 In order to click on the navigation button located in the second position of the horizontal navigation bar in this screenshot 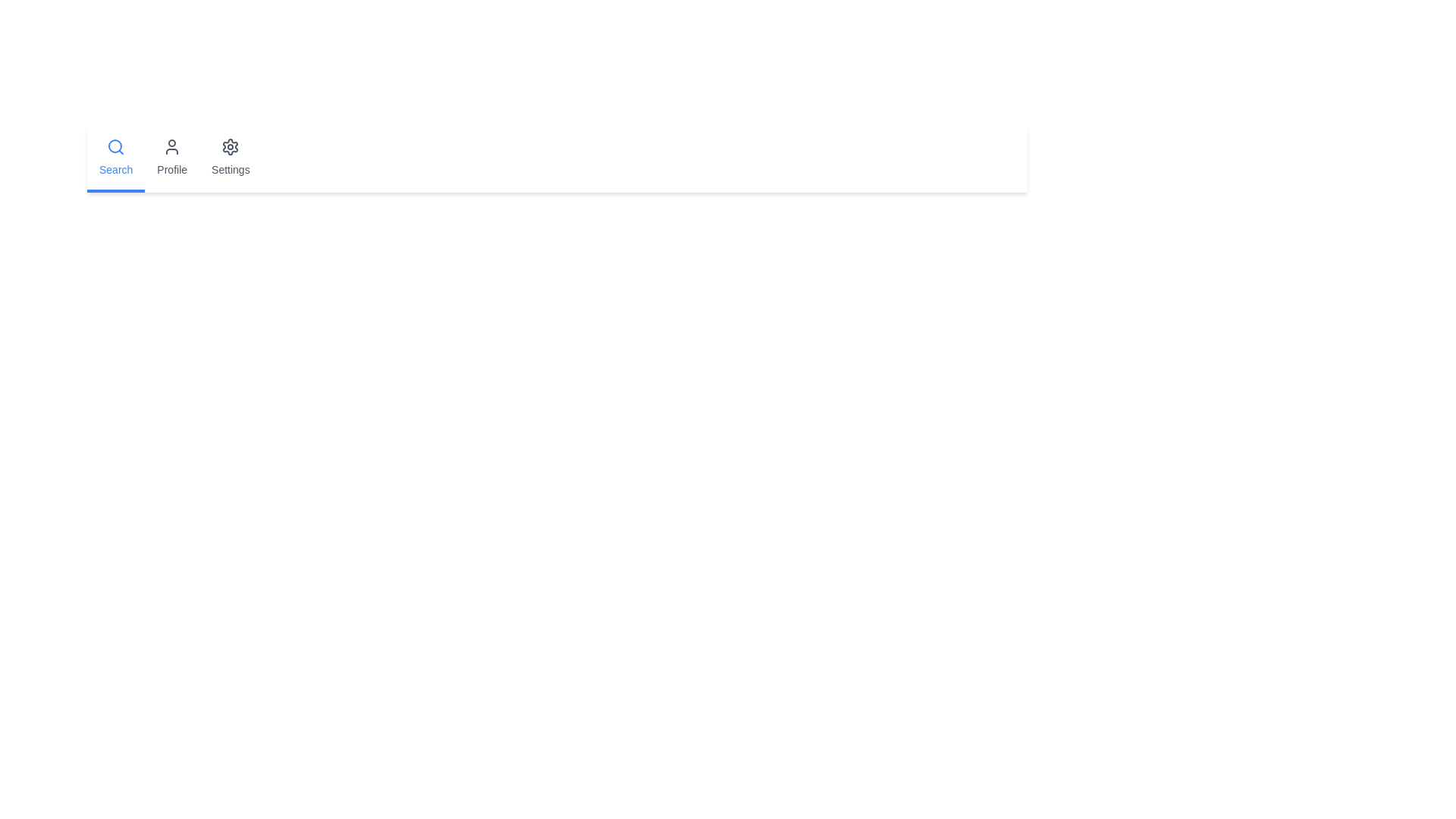, I will do `click(171, 158)`.